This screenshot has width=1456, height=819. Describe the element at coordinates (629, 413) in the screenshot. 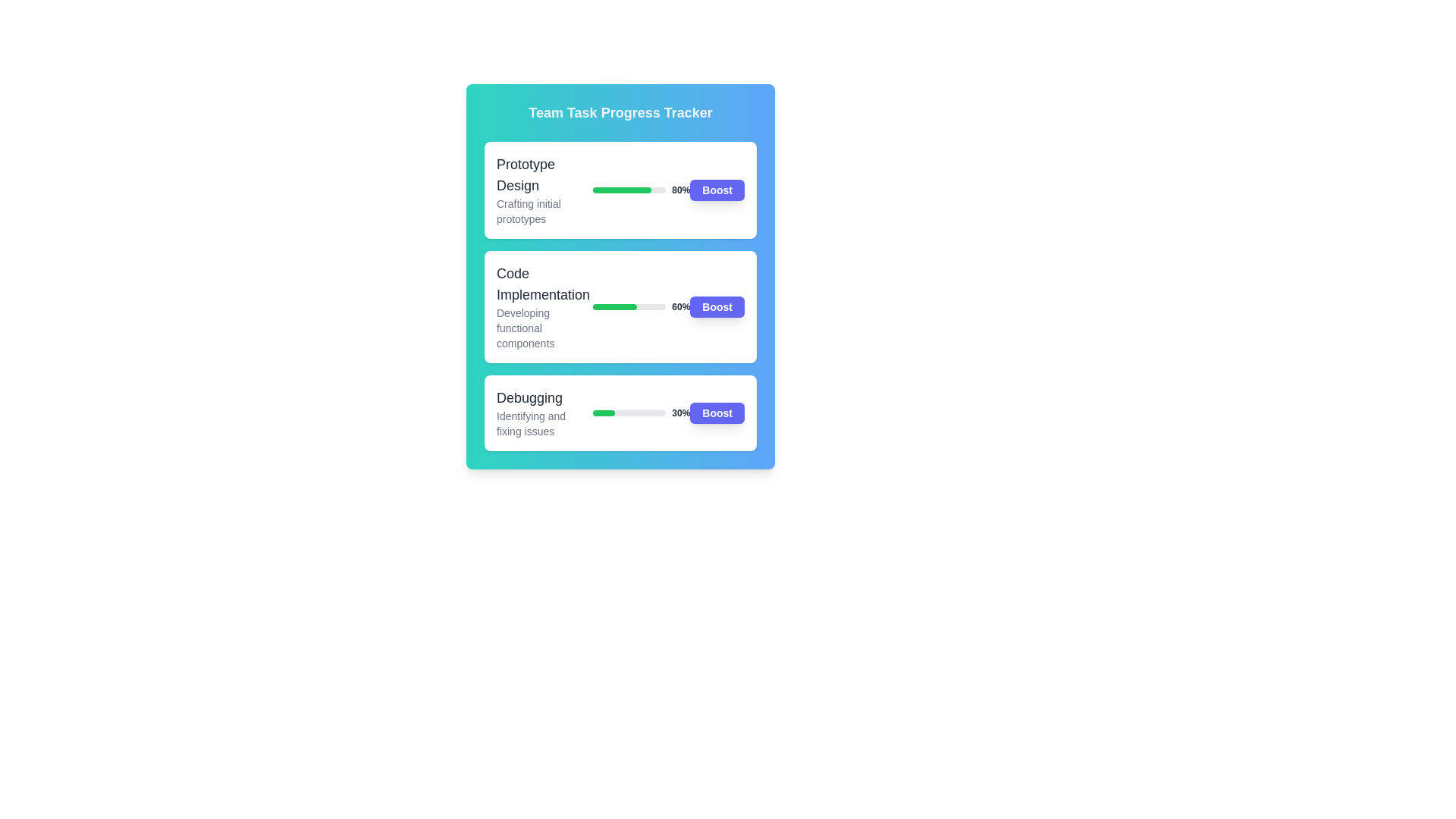

I see `the horizontal progress bar in the debugging section, which is partially filled to 30% and located below the 'Debugging' label and above the 'Boost' button` at that location.